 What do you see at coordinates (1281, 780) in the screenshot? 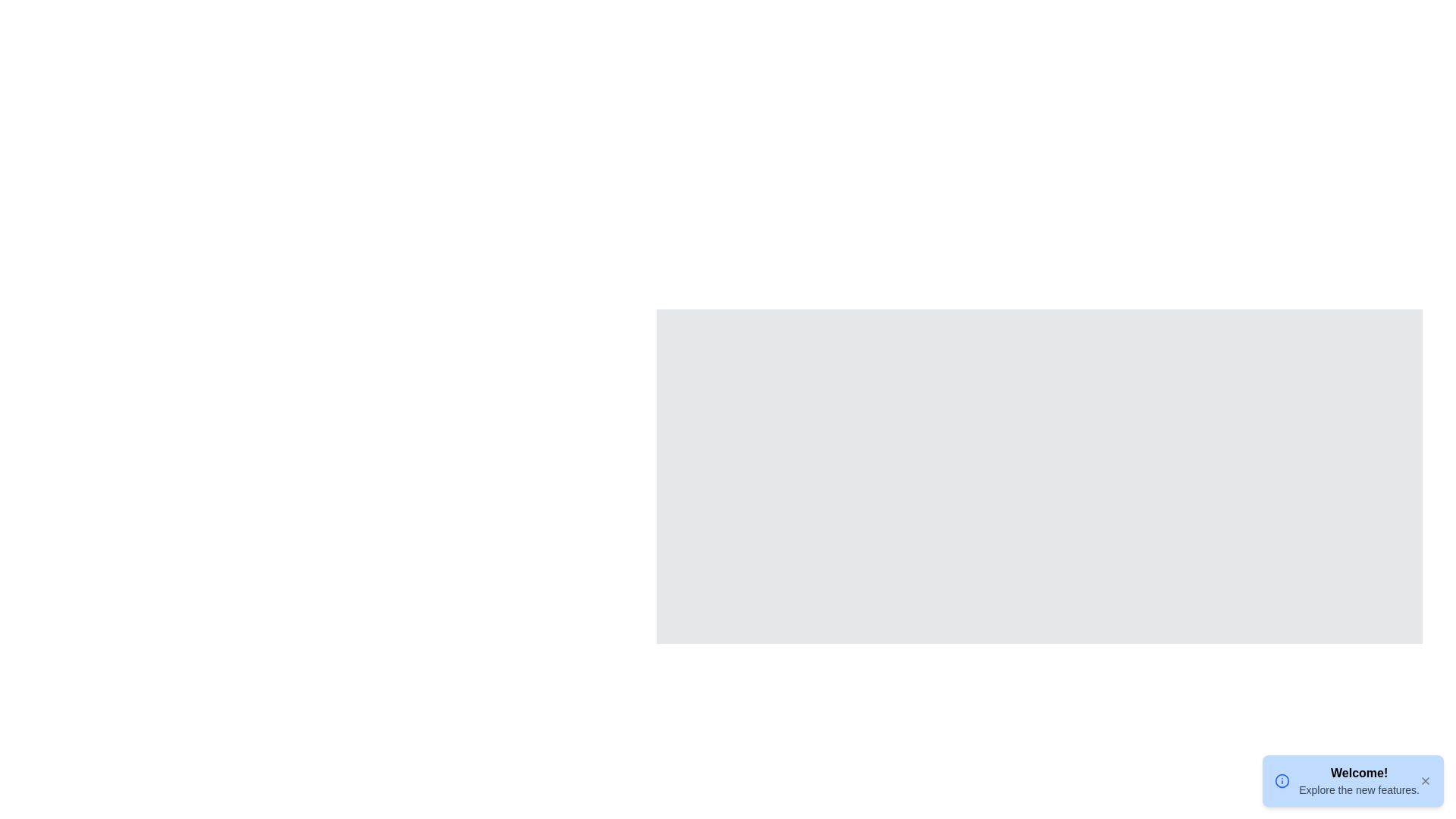
I see `the informational icon located on the left side of the notification panel containing the text 'Welcome!' and 'Explore the new features.'` at bounding box center [1281, 780].